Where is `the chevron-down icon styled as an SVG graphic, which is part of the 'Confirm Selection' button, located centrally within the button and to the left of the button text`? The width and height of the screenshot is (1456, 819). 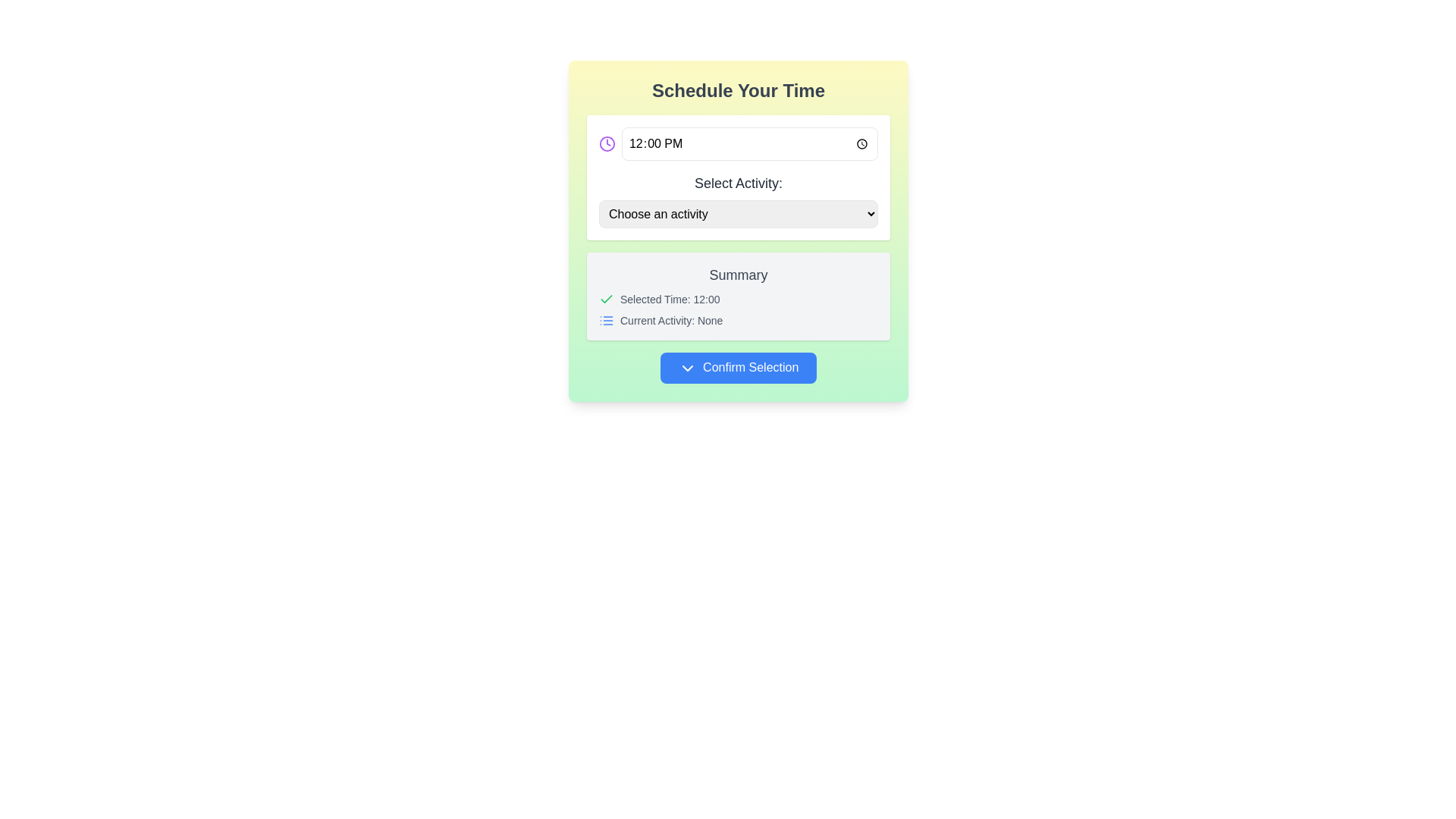
the chevron-down icon styled as an SVG graphic, which is part of the 'Confirm Selection' button, located centrally within the button and to the left of the button text is located at coordinates (686, 368).